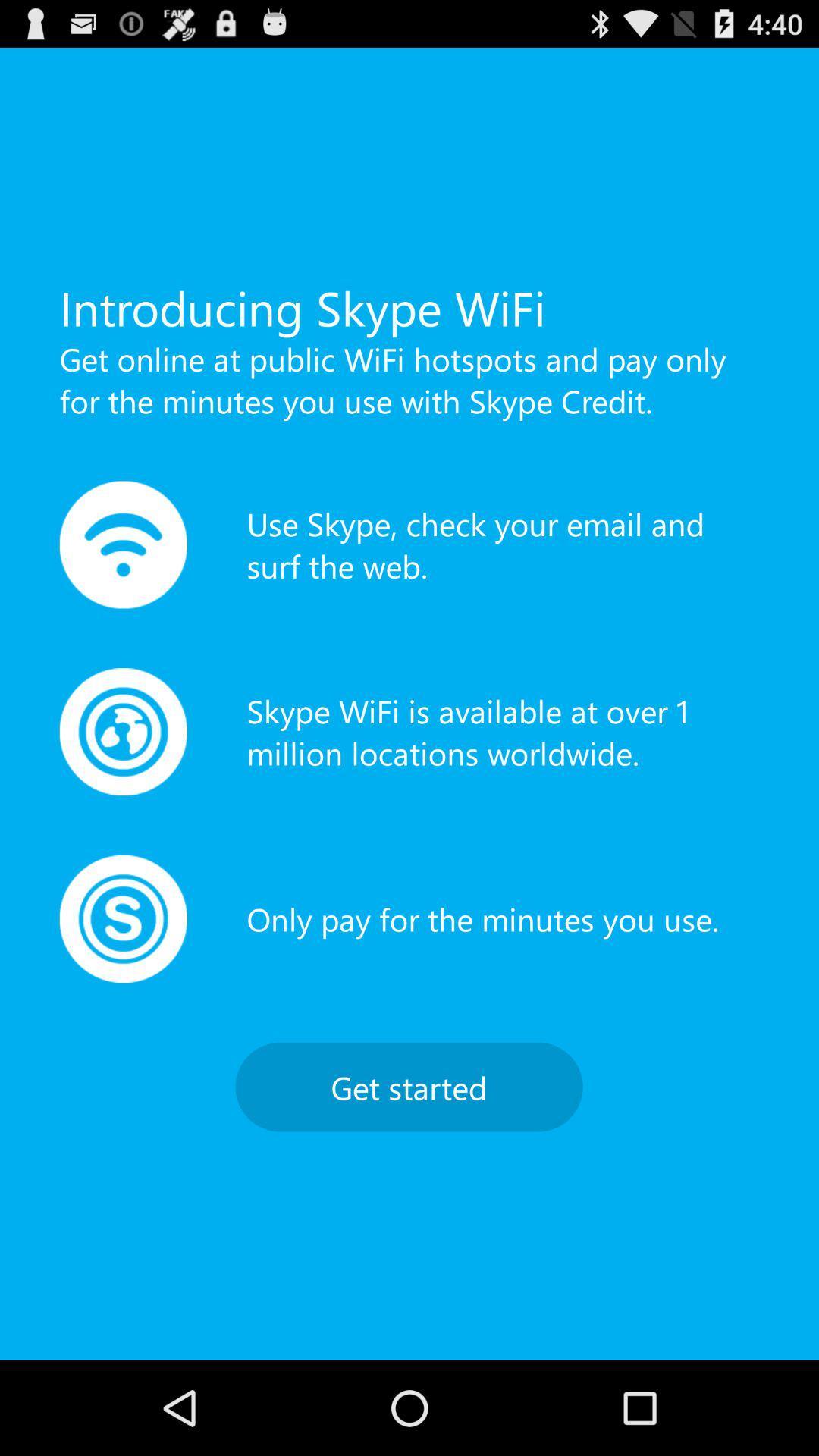  What do you see at coordinates (408, 1086) in the screenshot?
I see `get started at the bottom` at bounding box center [408, 1086].